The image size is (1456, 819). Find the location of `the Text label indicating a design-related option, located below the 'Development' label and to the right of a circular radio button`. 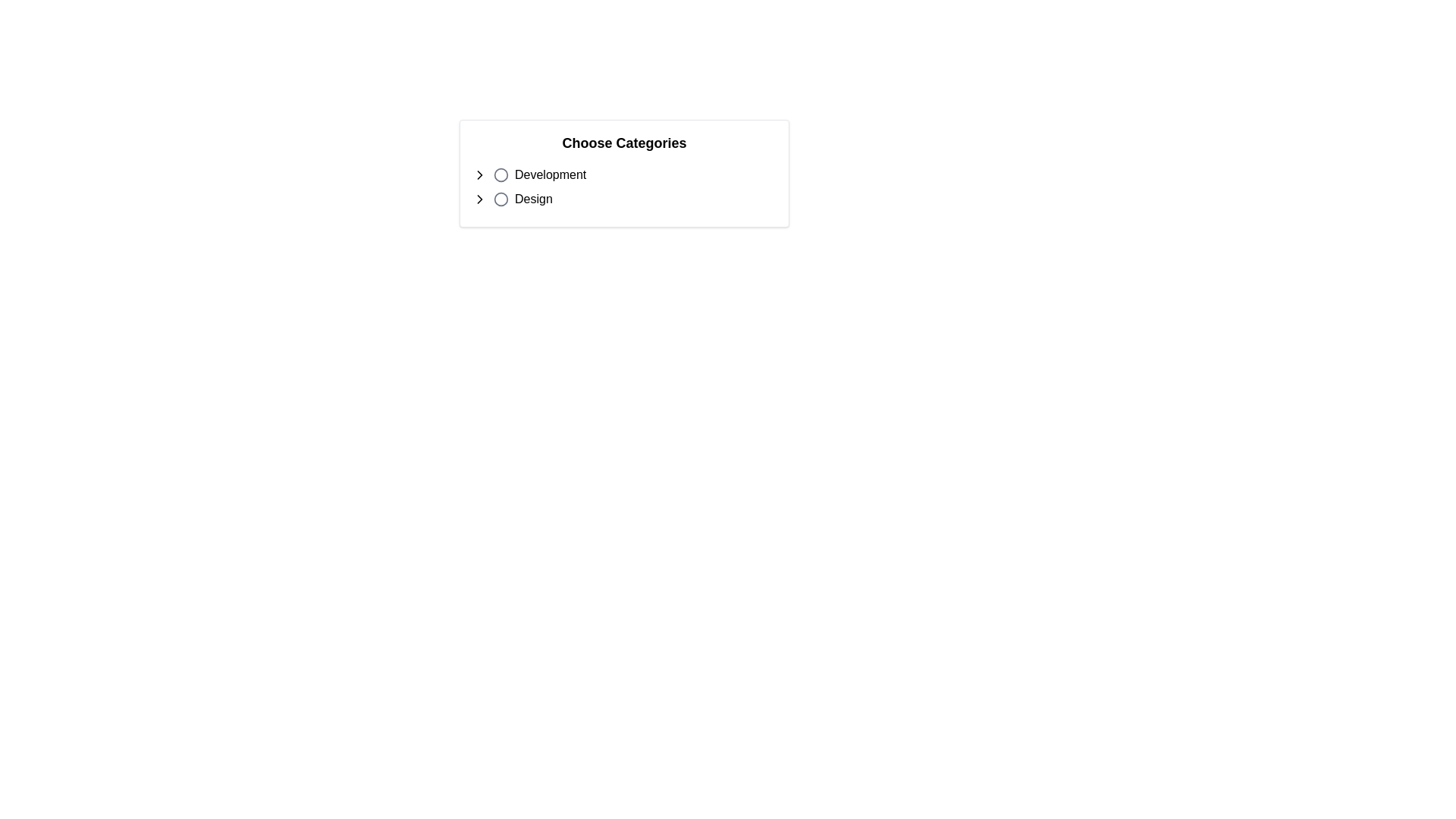

the Text label indicating a design-related option, located below the 'Development' label and to the right of a circular radio button is located at coordinates (533, 198).